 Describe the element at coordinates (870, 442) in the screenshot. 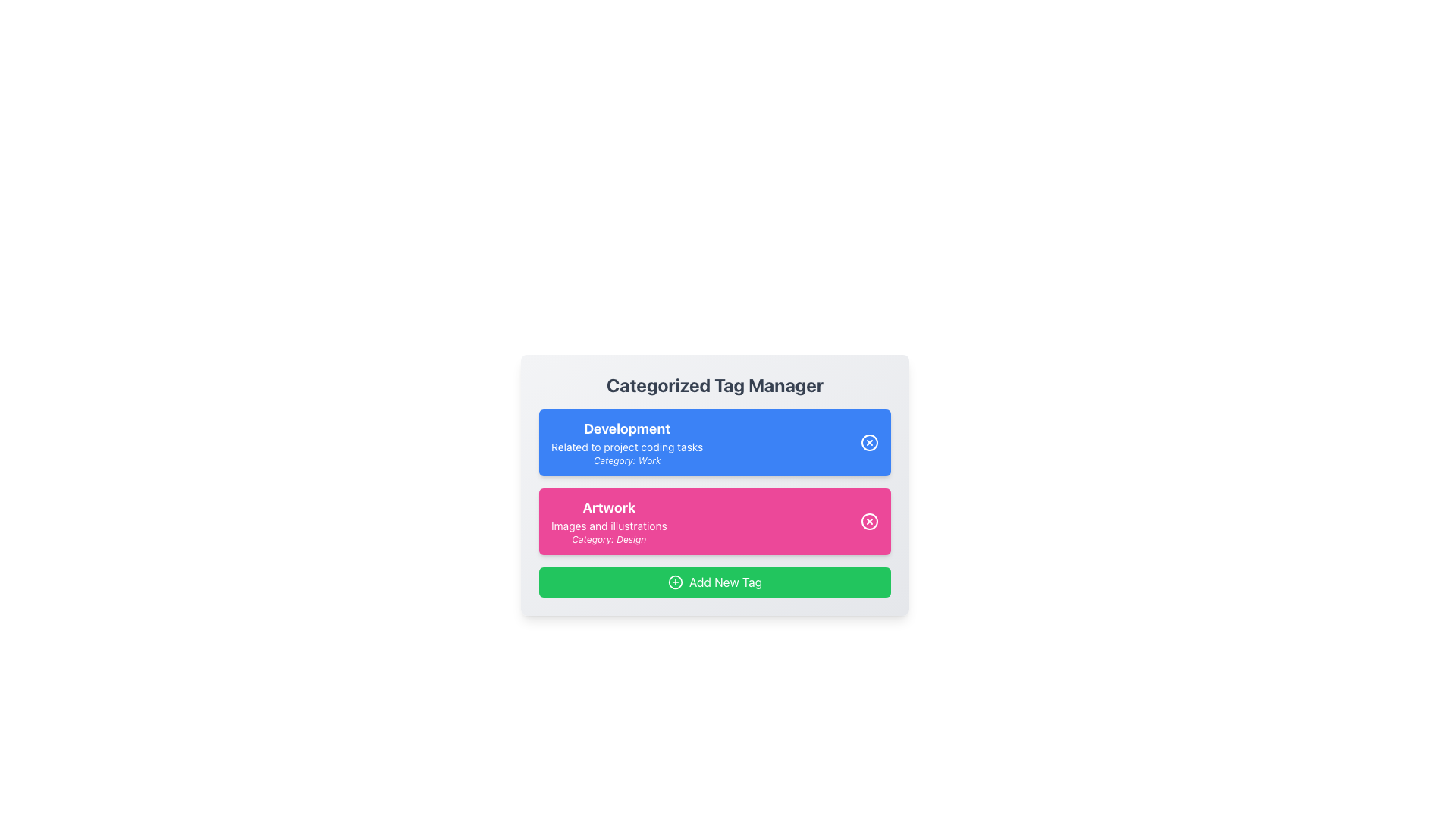

I see `the circular shape in the top-right of the 'Development' section, which is part of an icon indicating an action related to this section` at that location.